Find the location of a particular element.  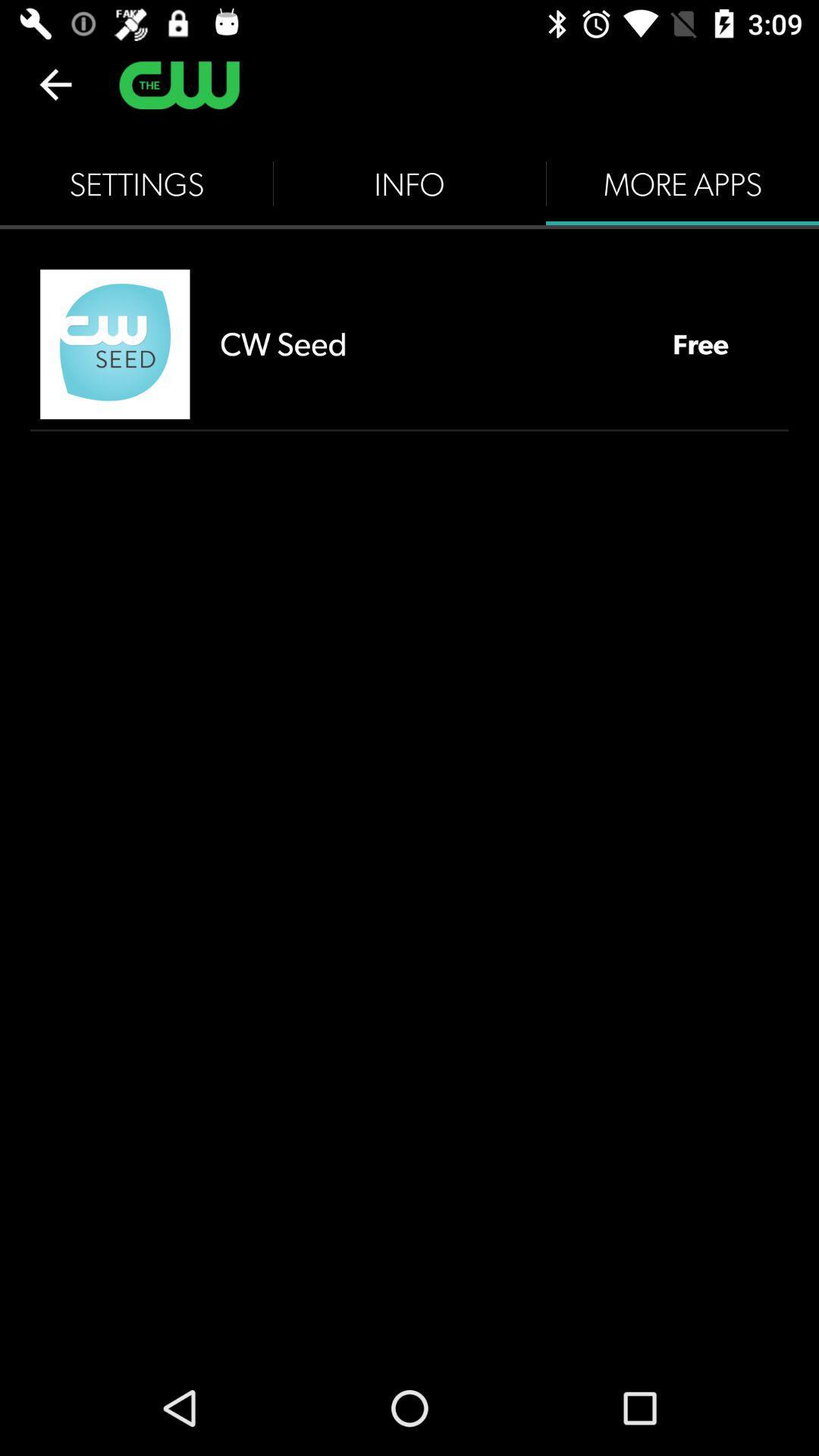

cw seed item is located at coordinates (431, 343).